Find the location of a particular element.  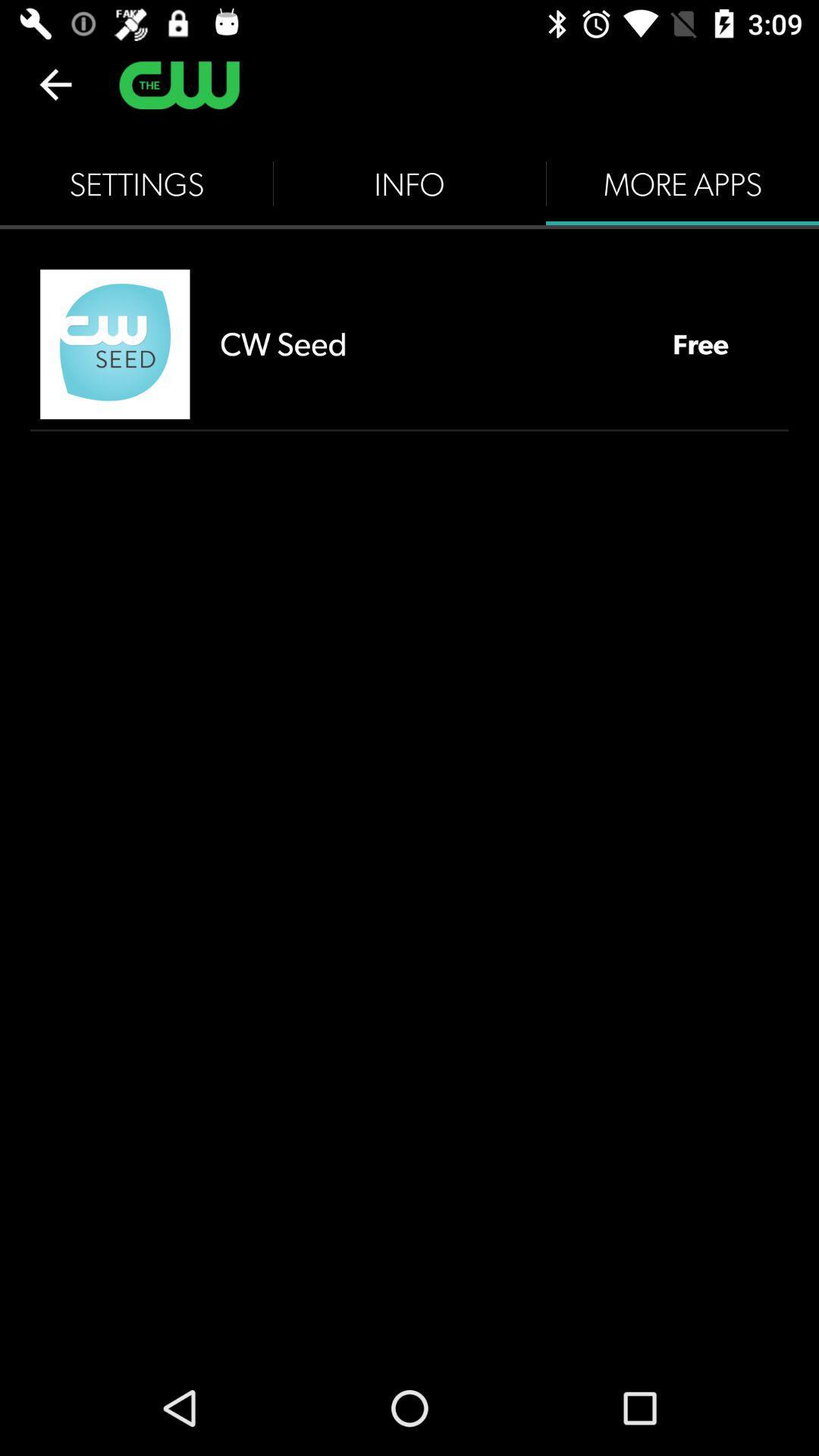

cw seed item is located at coordinates (431, 343).